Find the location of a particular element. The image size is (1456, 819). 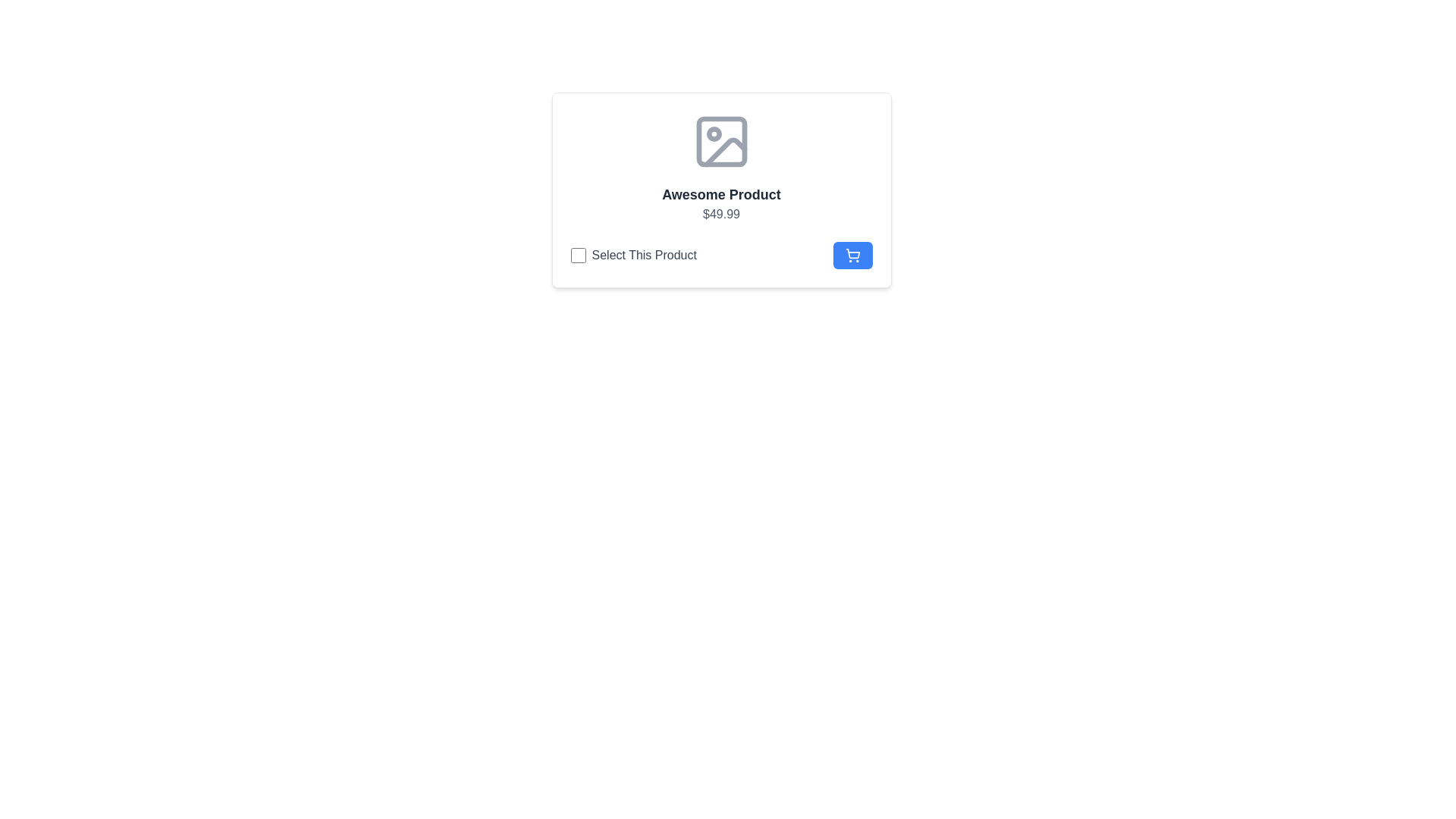

the 'Add to Cart' button located at the far-right of the 'Select This Product' section is located at coordinates (852, 254).